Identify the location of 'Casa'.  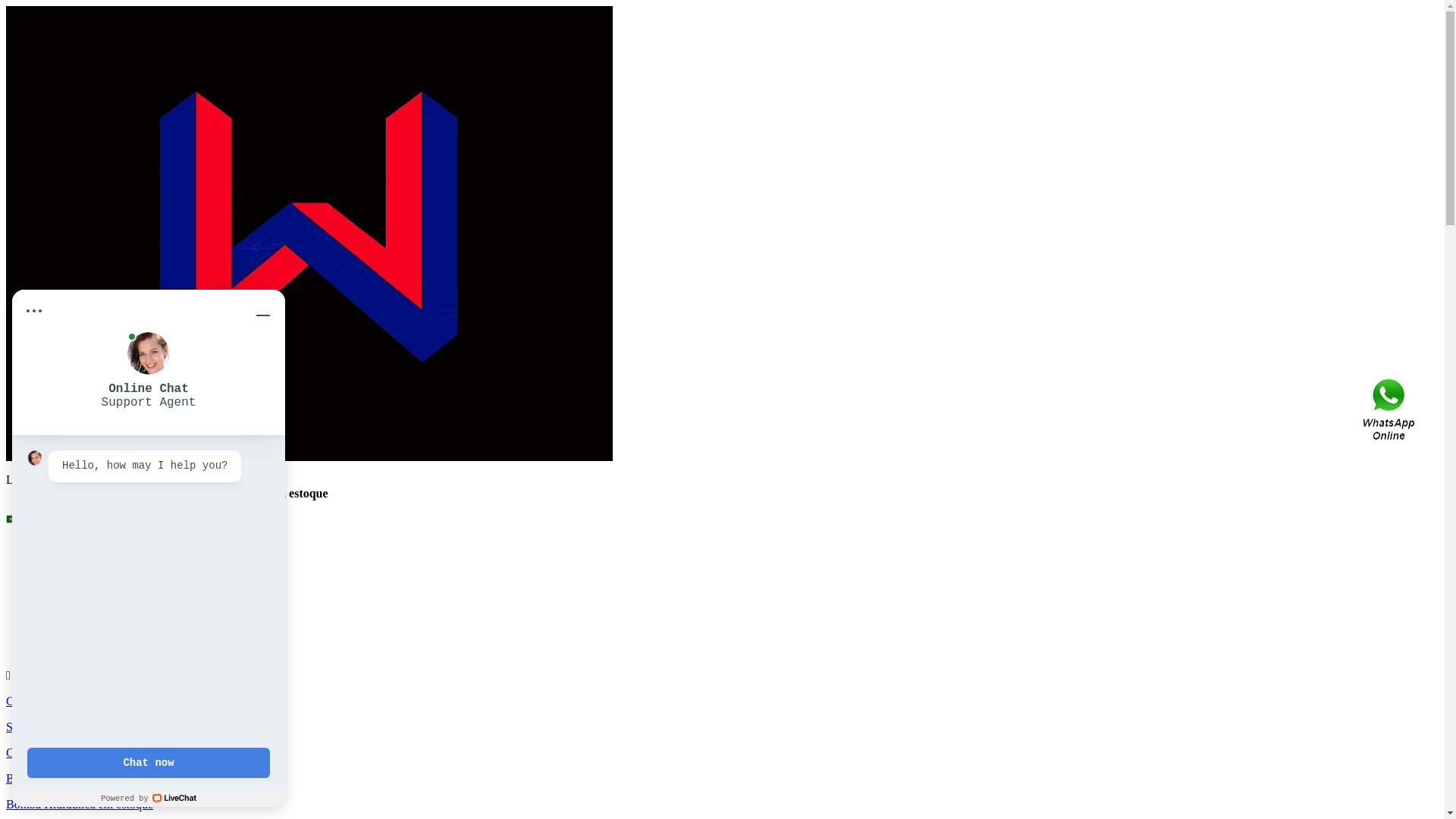
(48, 544).